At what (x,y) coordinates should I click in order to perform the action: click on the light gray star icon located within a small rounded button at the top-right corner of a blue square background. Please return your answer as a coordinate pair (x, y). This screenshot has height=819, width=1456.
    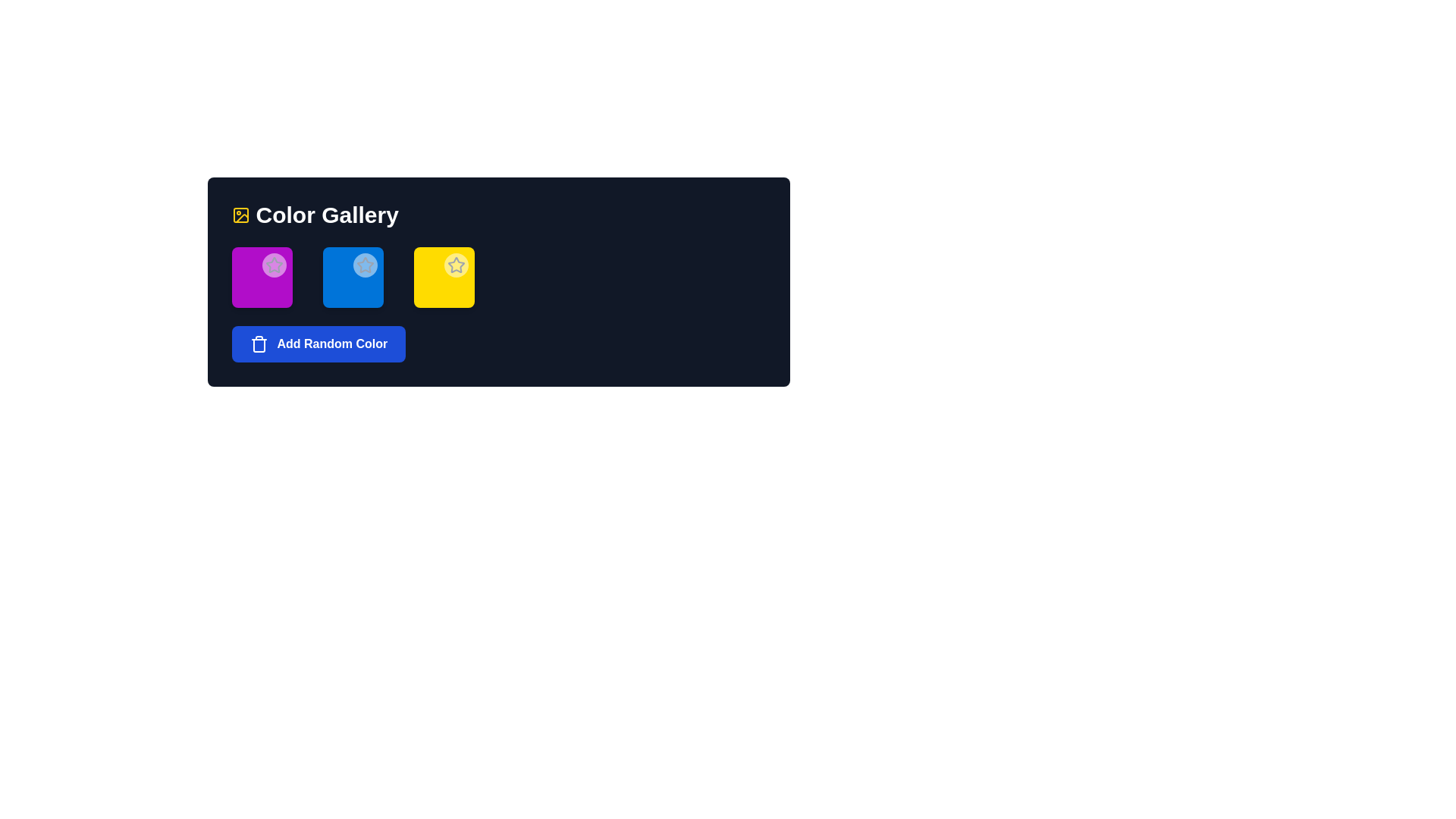
    Looking at the image, I should click on (365, 265).